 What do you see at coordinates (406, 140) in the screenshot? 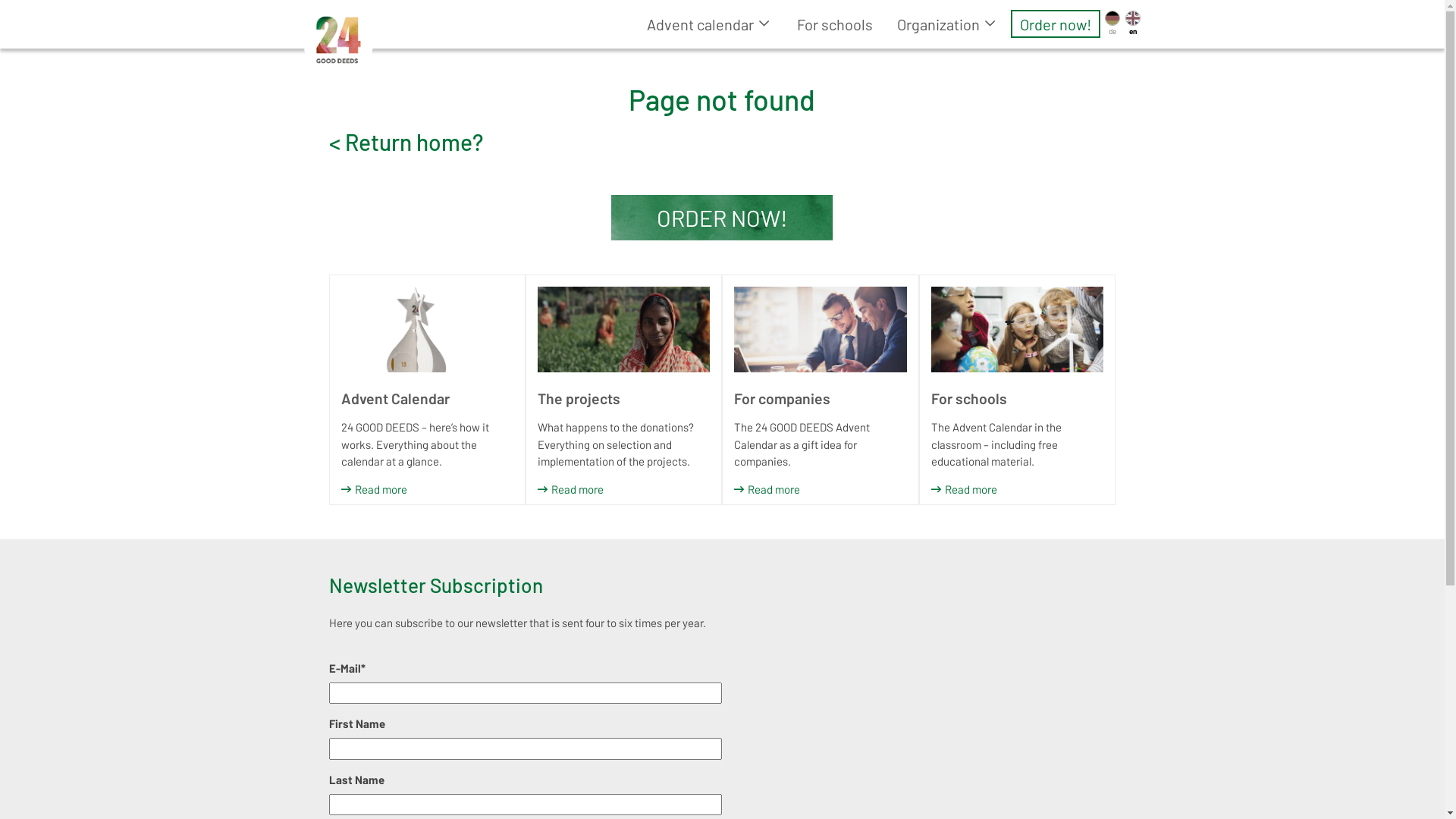
I see `'< Return home?'` at bounding box center [406, 140].